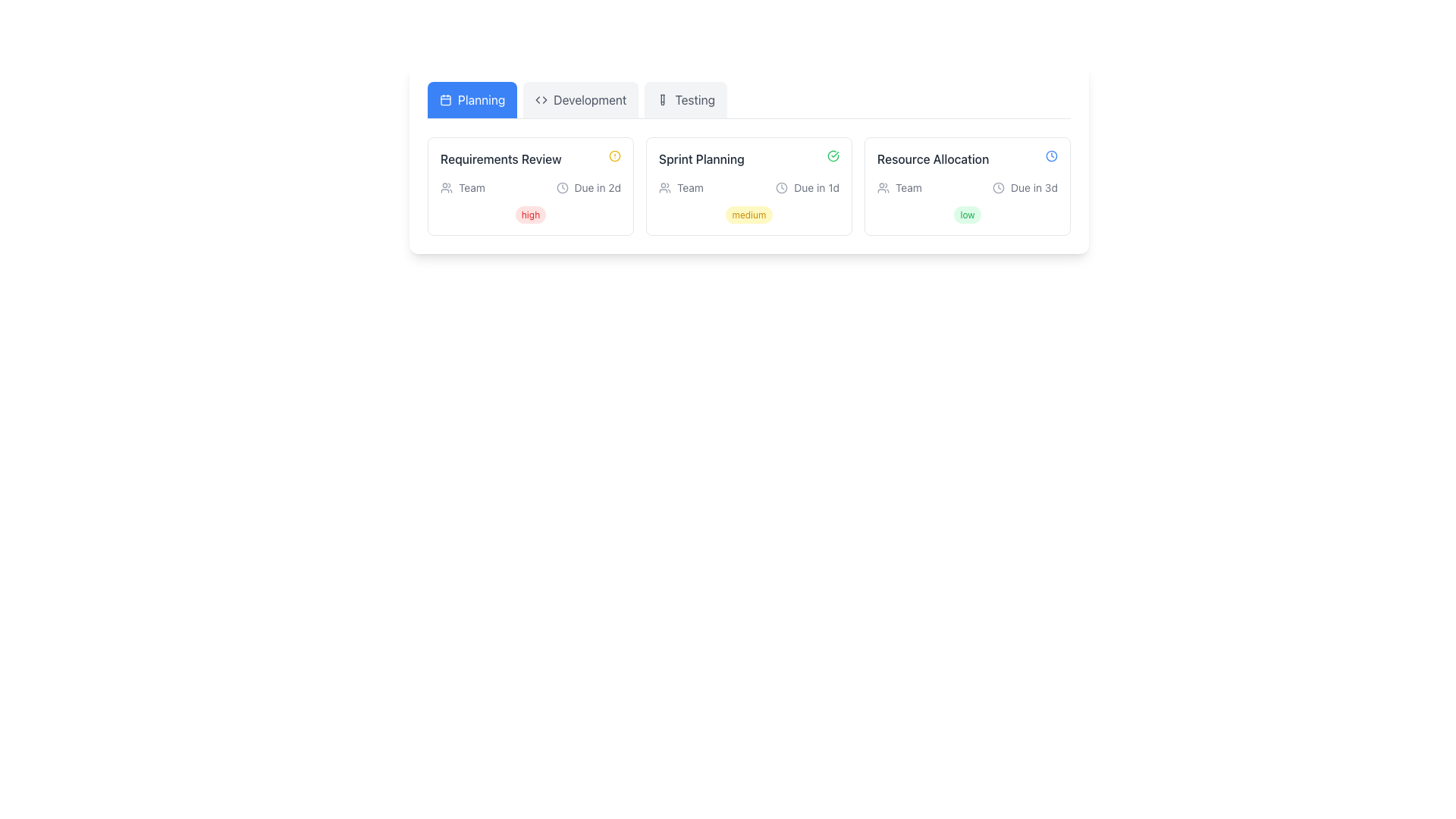 Image resolution: width=1456 pixels, height=819 pixels. I want to click on the badge labeled 'medium' with a yellow background, which is centrally aligned within the 'Sprint Planning' card, so click(749, 213).